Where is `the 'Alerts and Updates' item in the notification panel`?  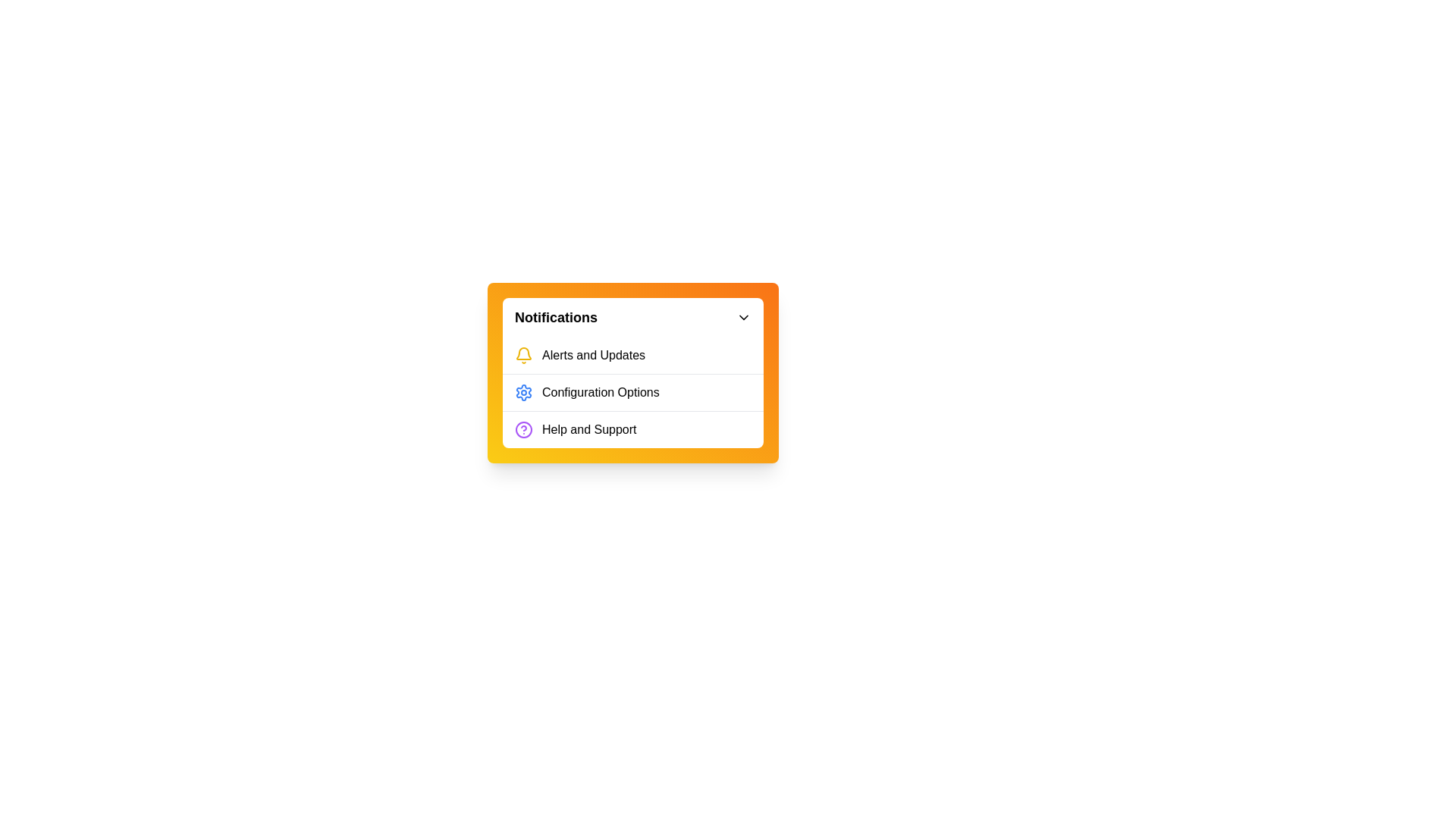 the 'Alerts and Updates' item in the notification panel is located at coordinates (633, 356).